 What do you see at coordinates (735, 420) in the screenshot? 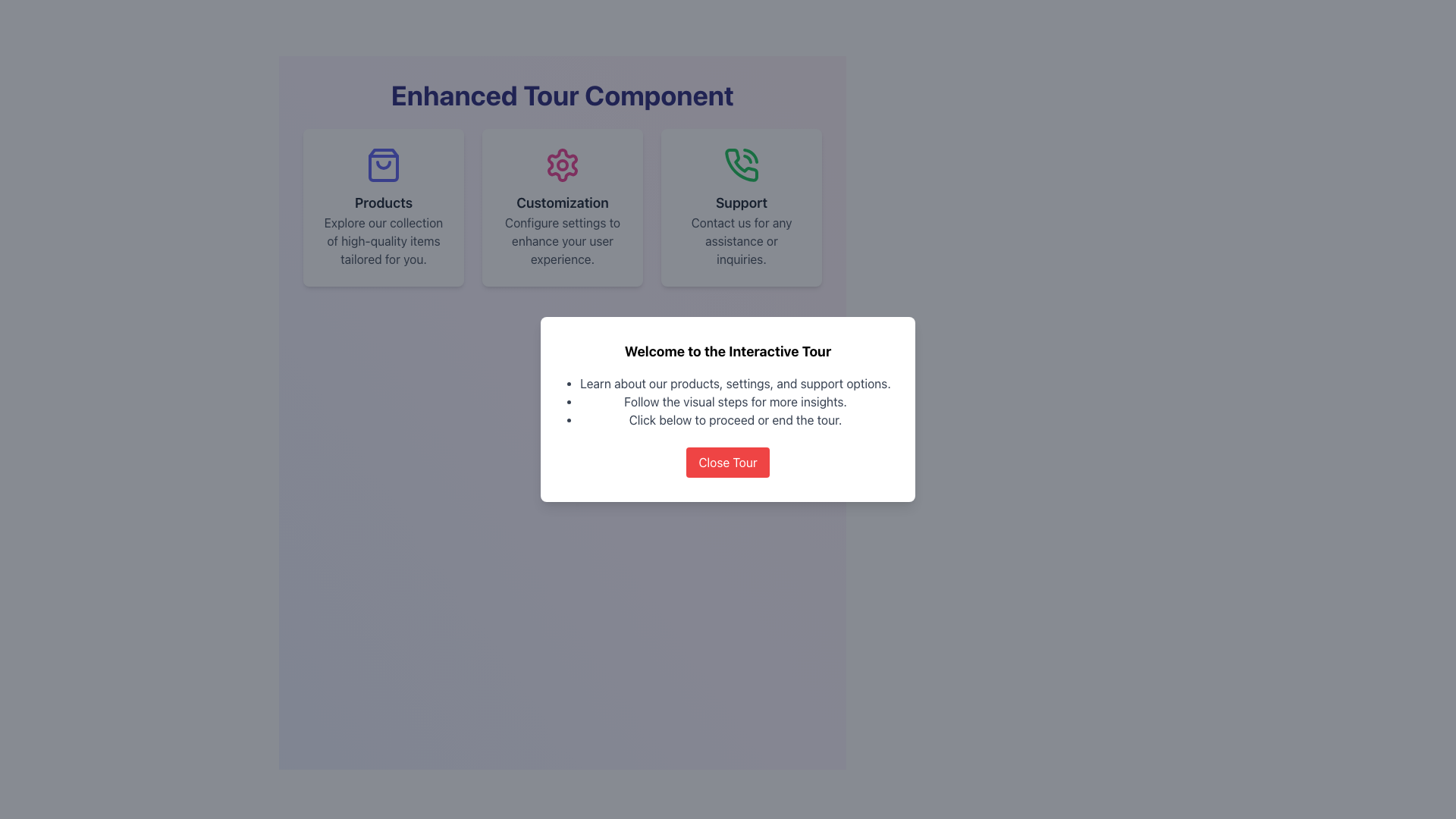
I see `static text displaying 'Click below to proceed or end the tour.' which is the third item in an unordered list within a modal box` at bounding box center [735, 420].